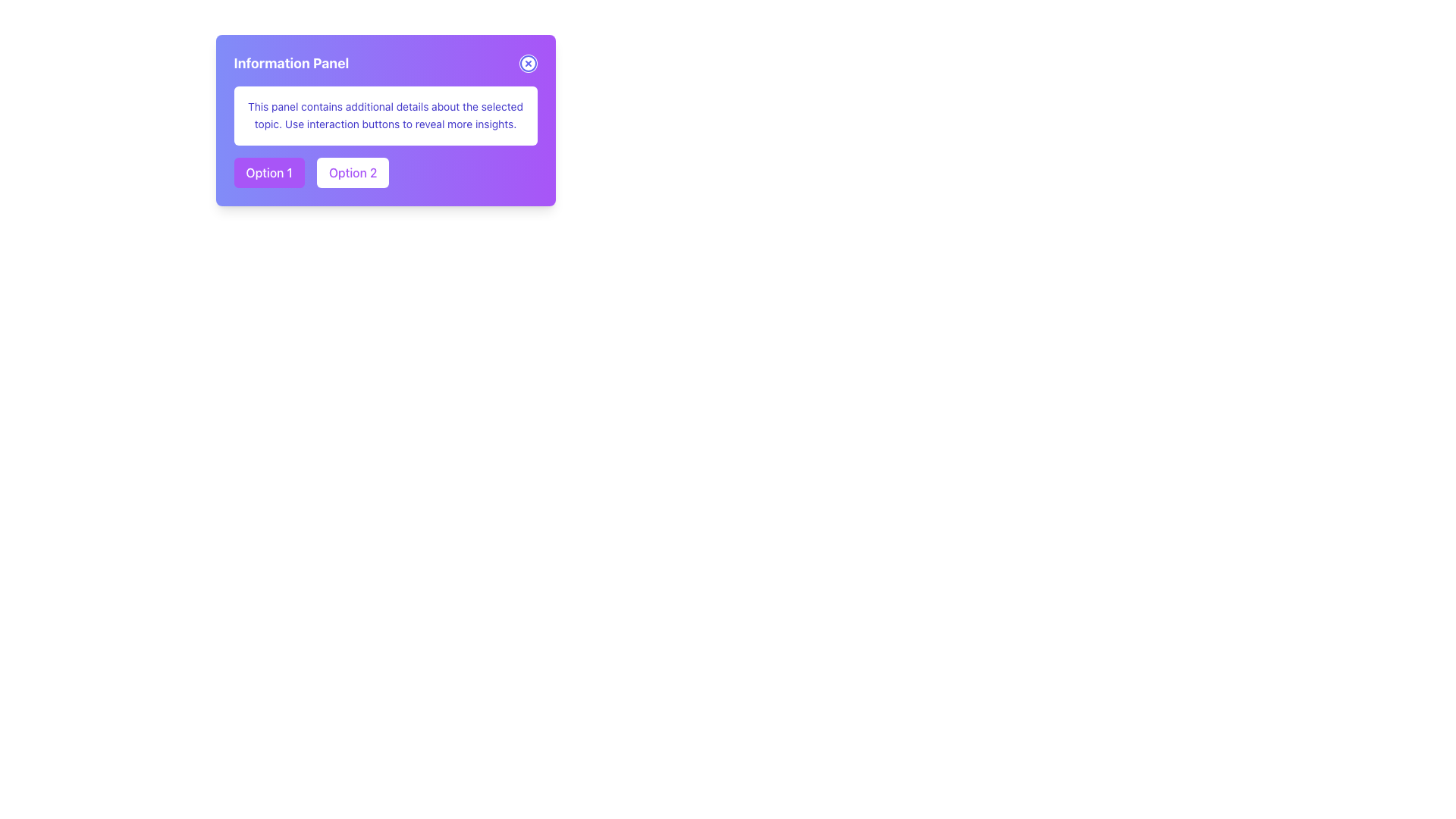 Image resolution: width=1456 pixels, height=819 pixels. I want to click on the button labeled 'Option 1' which has a prominent purple background and is located within the 'Information Panel', so click(269, 171).